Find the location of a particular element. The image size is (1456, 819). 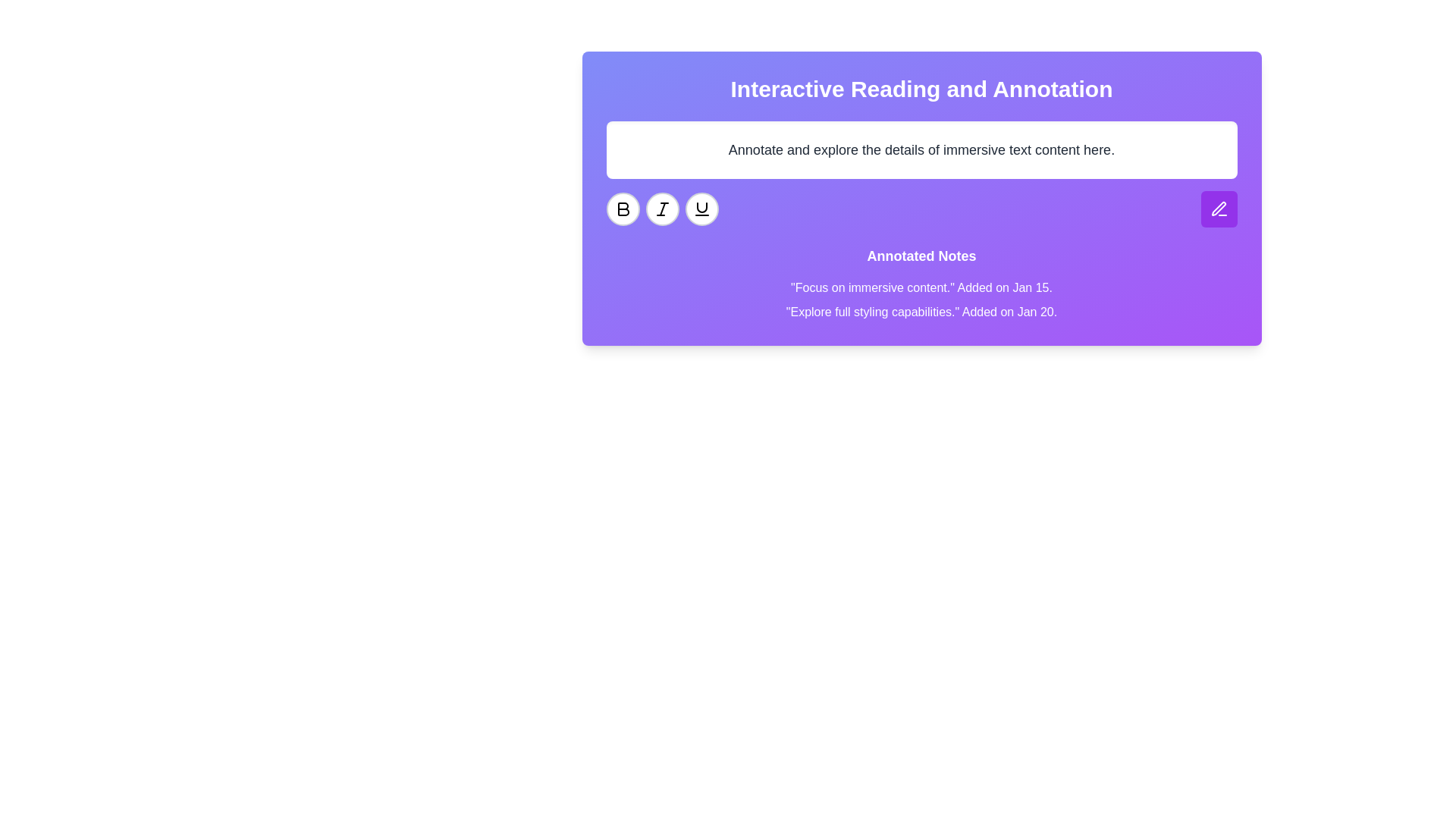

the bold 'B' icon button, which is the first formatting option on the left of the text input area is located at coordinates (623, 209).